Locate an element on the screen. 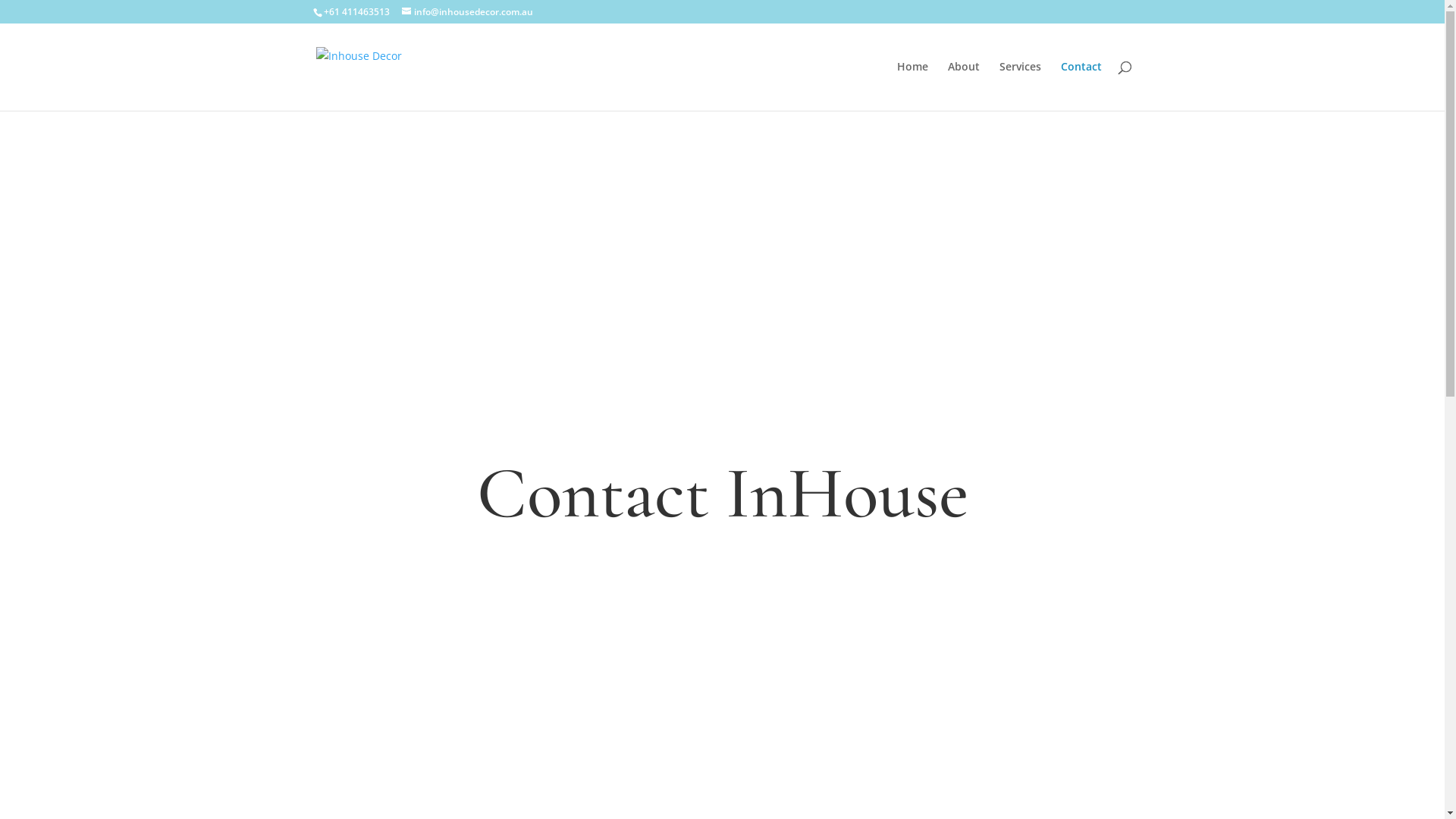 The height and width of the screenshot is (819, 1456). 'Contact' is located at coordinates (1080, 86).